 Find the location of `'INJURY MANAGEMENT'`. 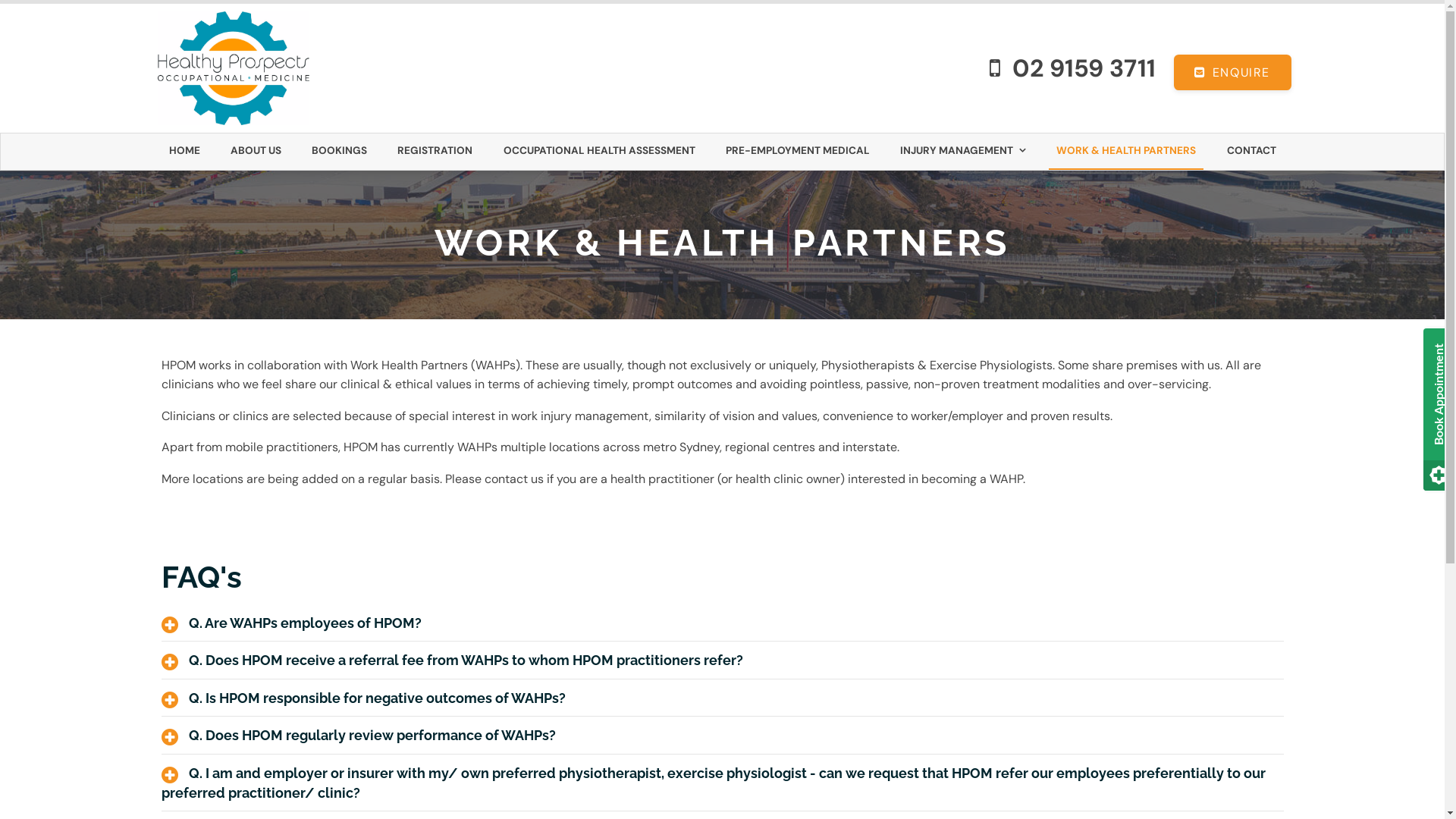

'INJURY MANAGEMENT' is located at coordinates (962, 152).